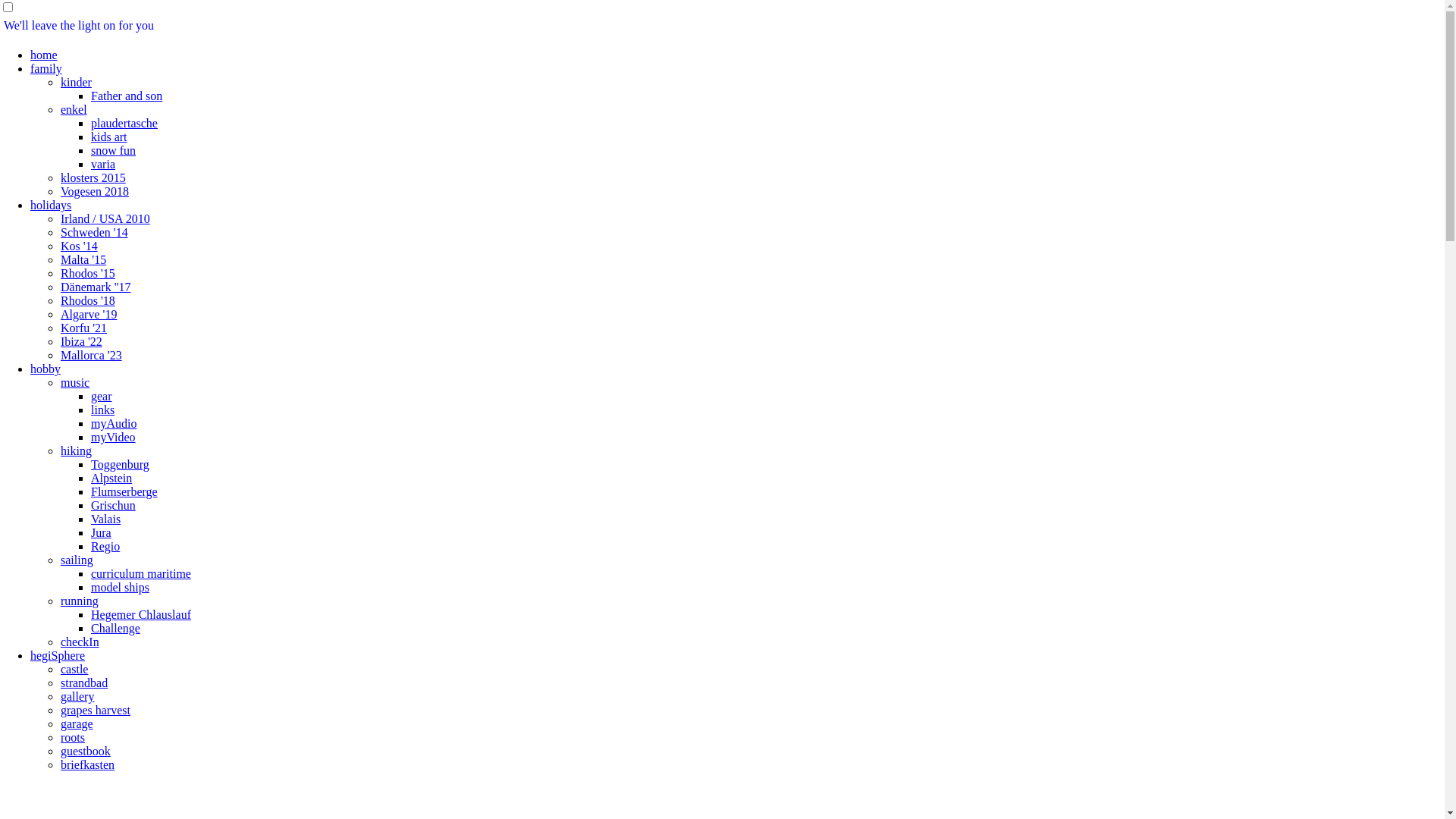  What do you see at coordinates (124, 491) in the screenshot?
I see `'Flumserberge'` at bounding box center [124, 491].